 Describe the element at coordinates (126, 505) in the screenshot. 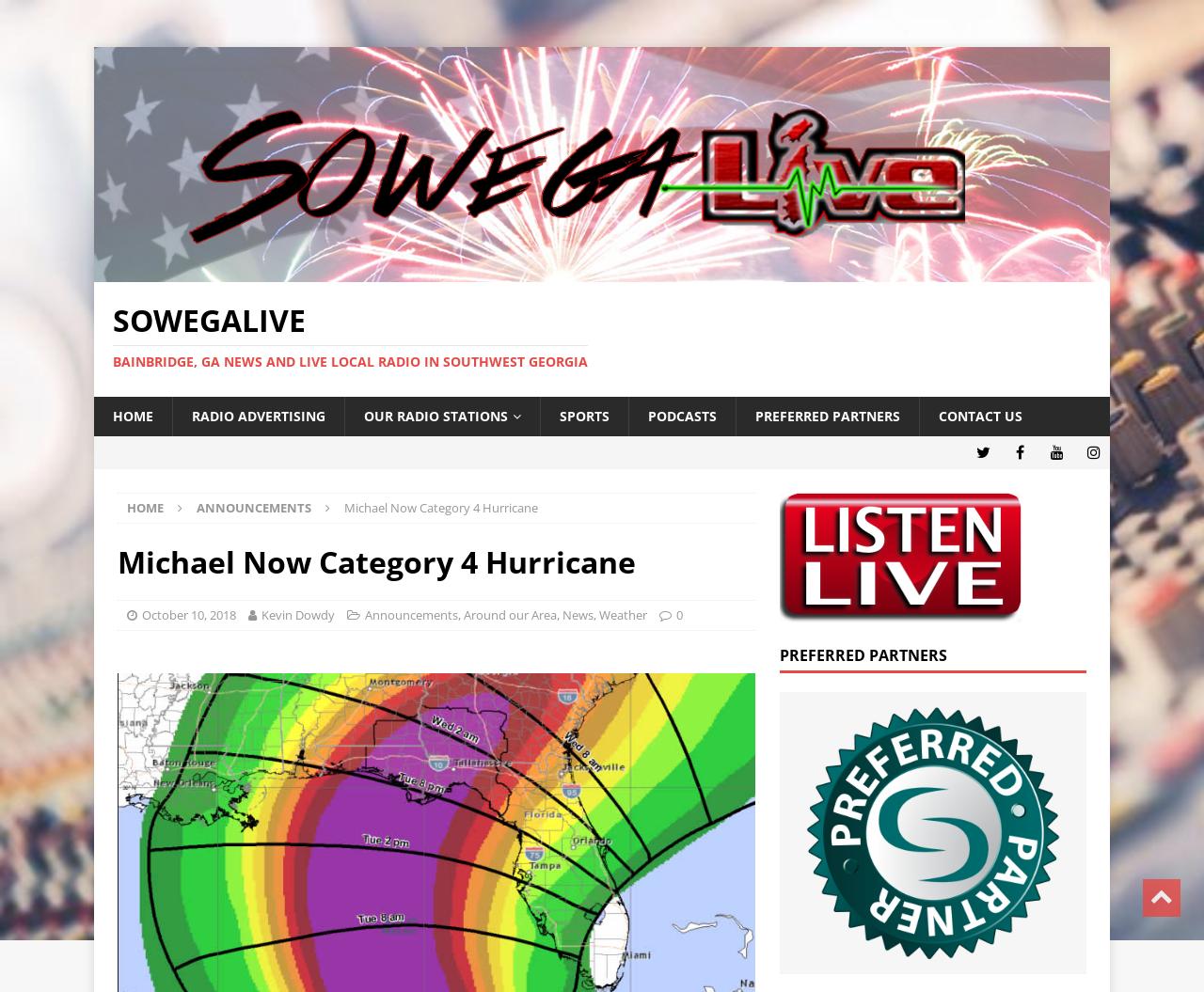

I see `'Home'` at that location.